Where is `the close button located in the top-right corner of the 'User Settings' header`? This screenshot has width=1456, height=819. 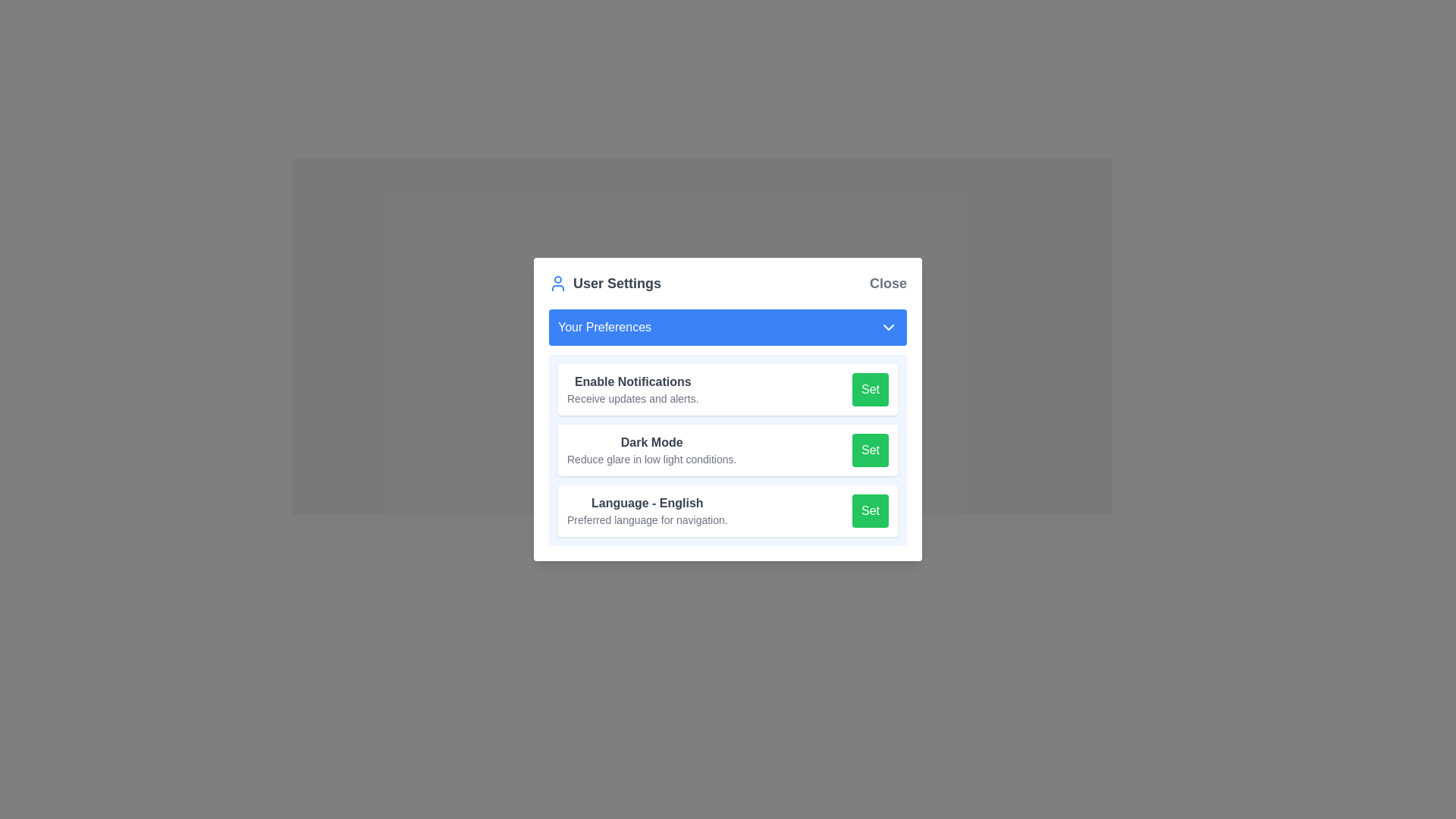
the close button located in the top-right corner of the 'User Settings' header is located at coordinates (888, 284).